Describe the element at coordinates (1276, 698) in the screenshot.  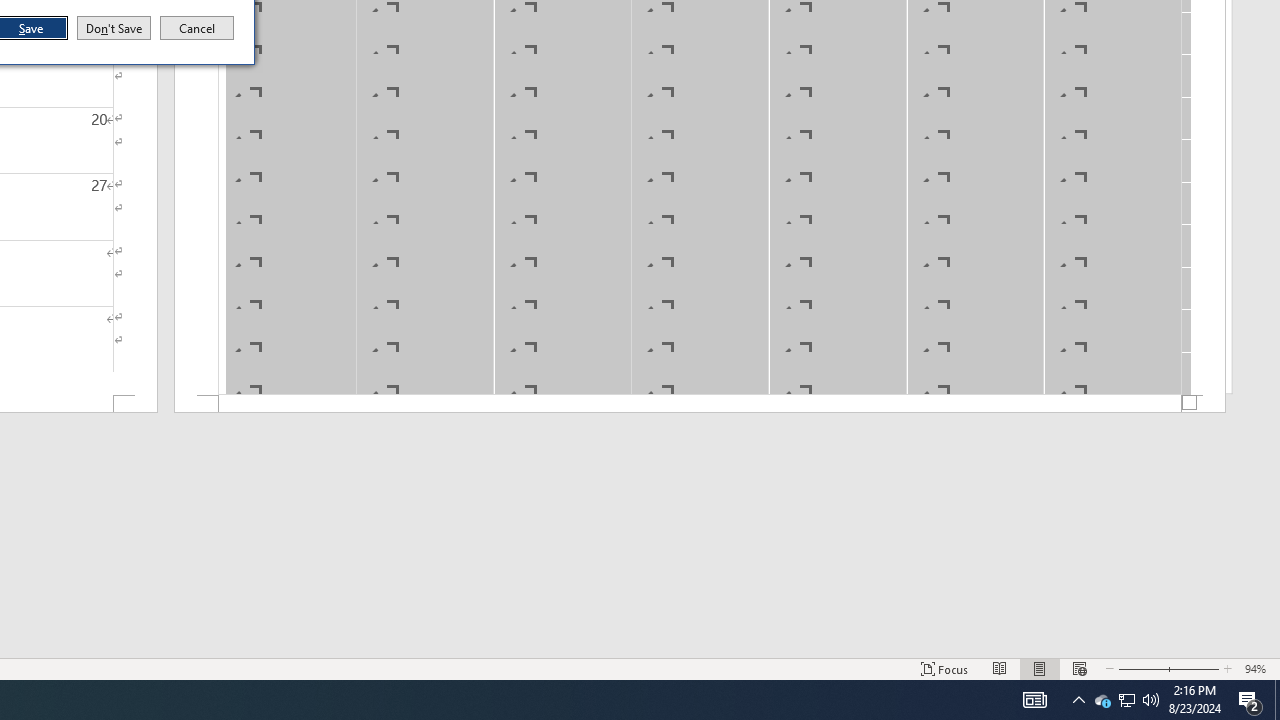
I see `'Show desktop'` at that location.